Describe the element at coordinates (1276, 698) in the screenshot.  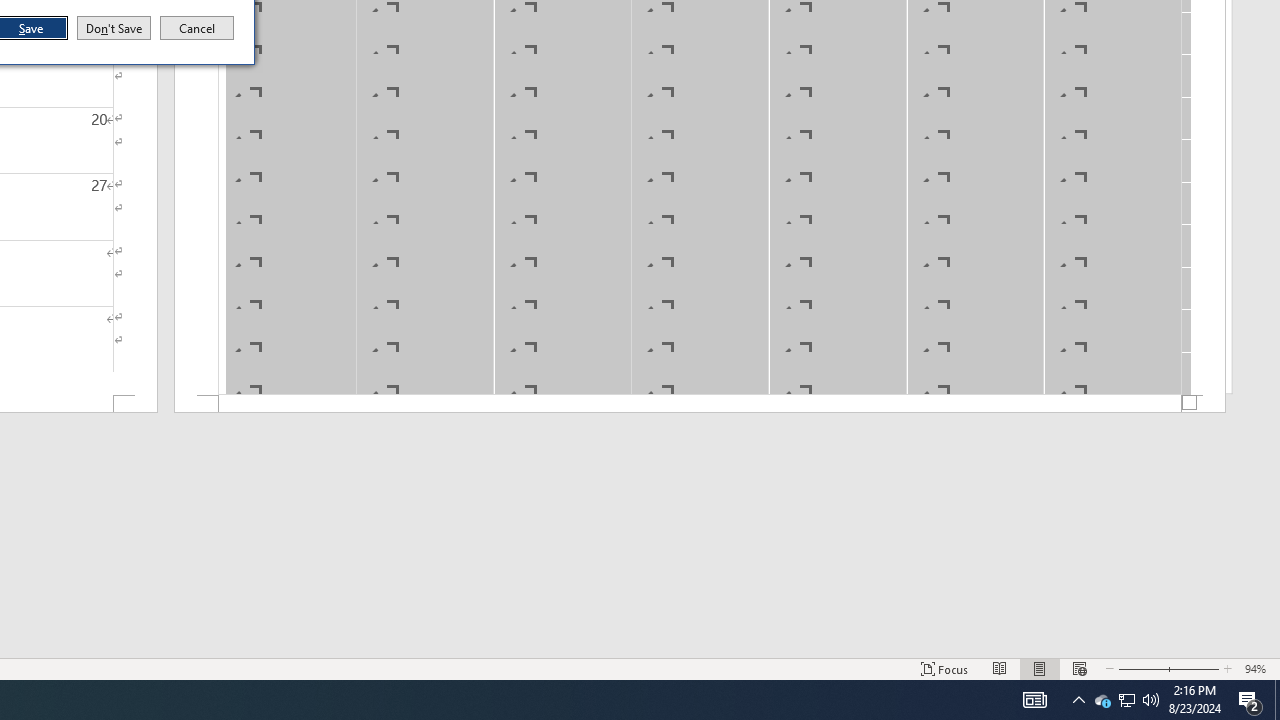
I see `'Show desktop'` at that location.